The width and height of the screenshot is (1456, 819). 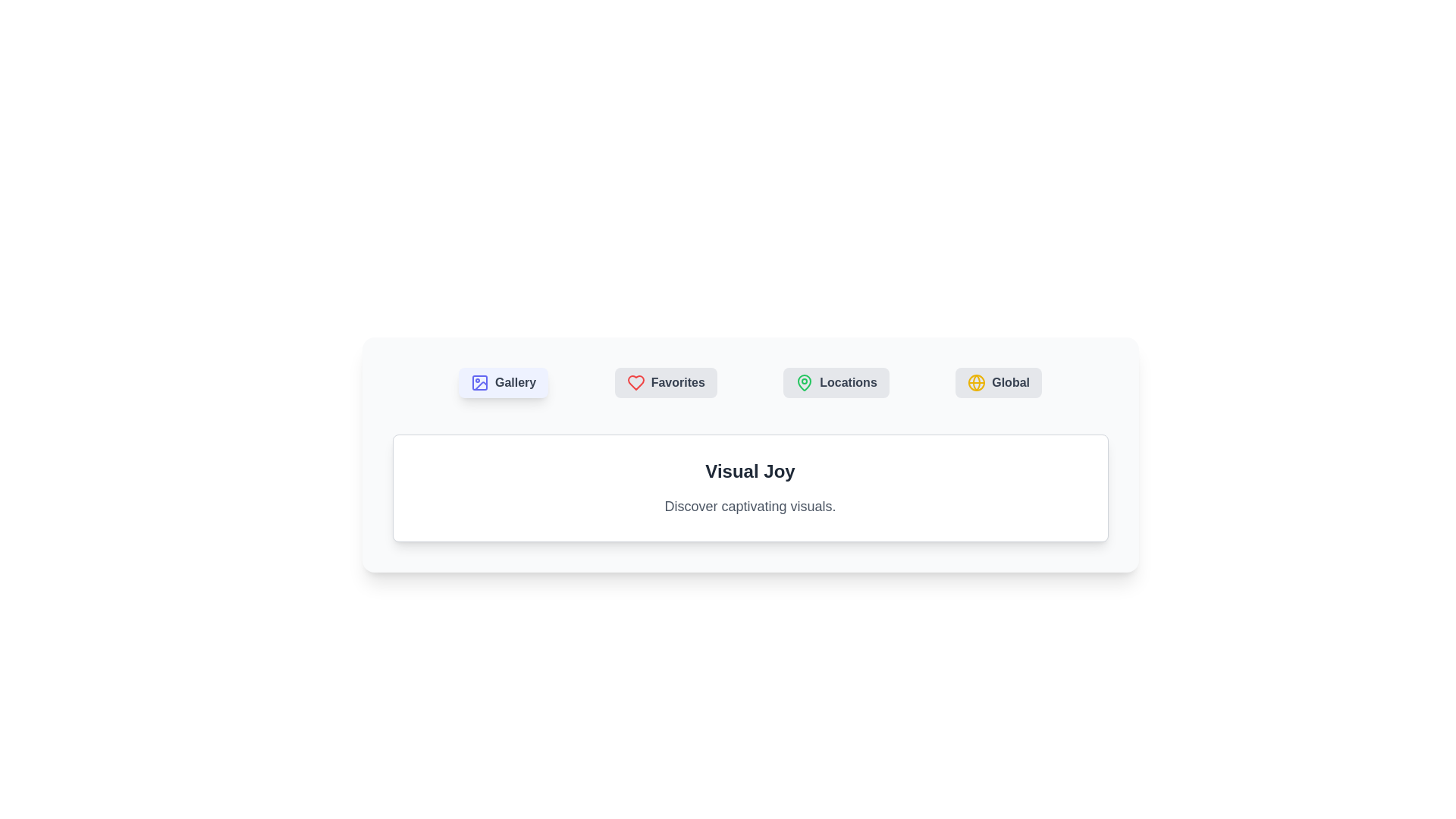 What do you see at coordinates (999, 382) in the screenshot?
I see `the tab labeled Global to observe its hover effect` at bounding box center [999, 382].